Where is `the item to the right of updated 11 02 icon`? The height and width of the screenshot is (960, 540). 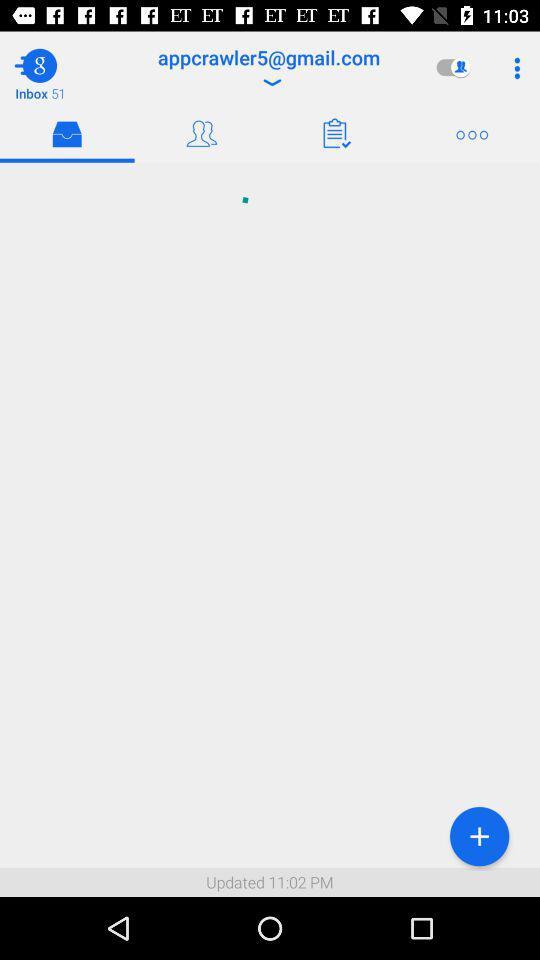 the item to the right of updated 11 02 icon is located at coordinates (478, 836).